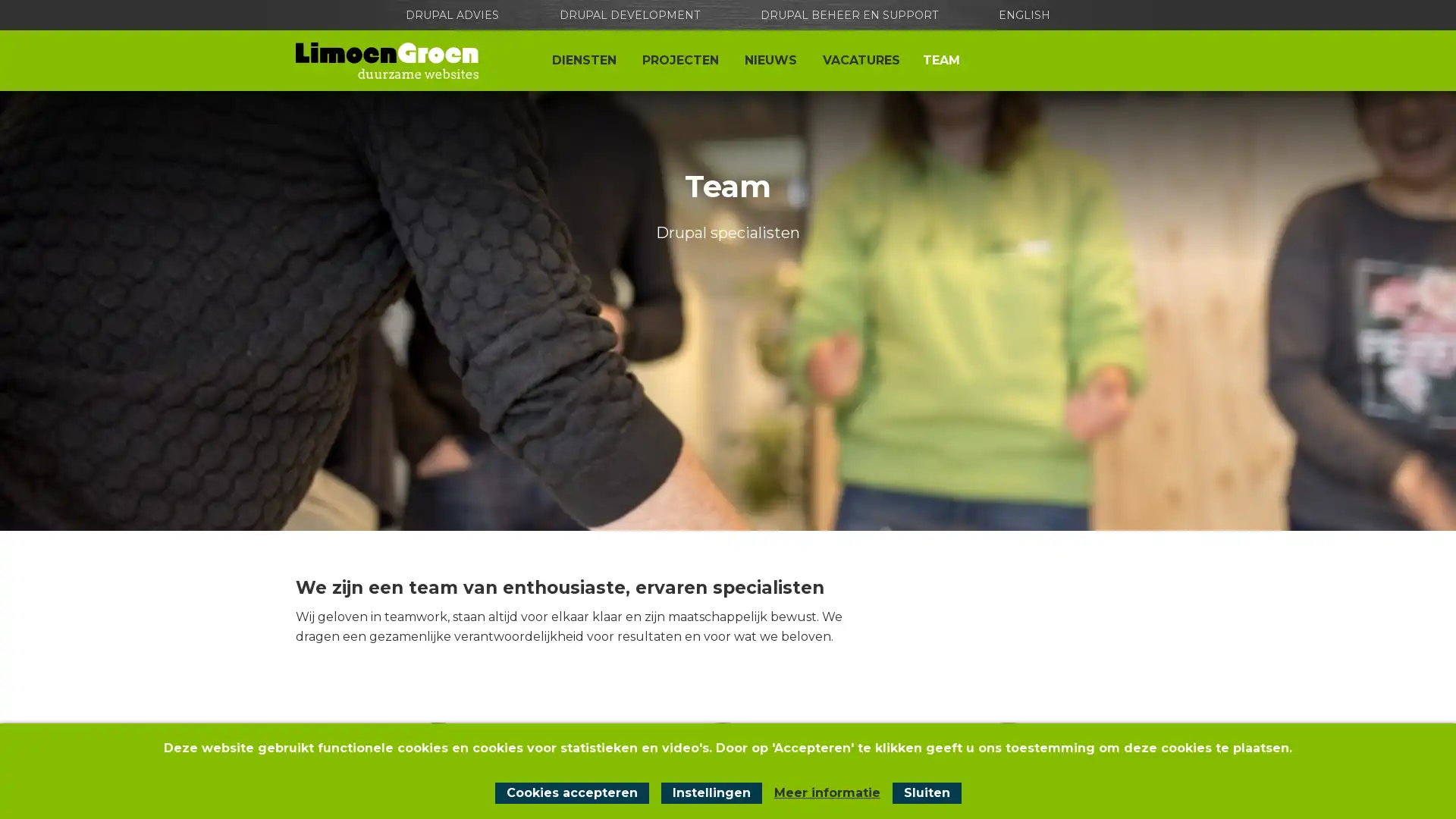 This screenshot has width=1456, height=819. I want to click on Cookies accepteren, so click(570, 792).